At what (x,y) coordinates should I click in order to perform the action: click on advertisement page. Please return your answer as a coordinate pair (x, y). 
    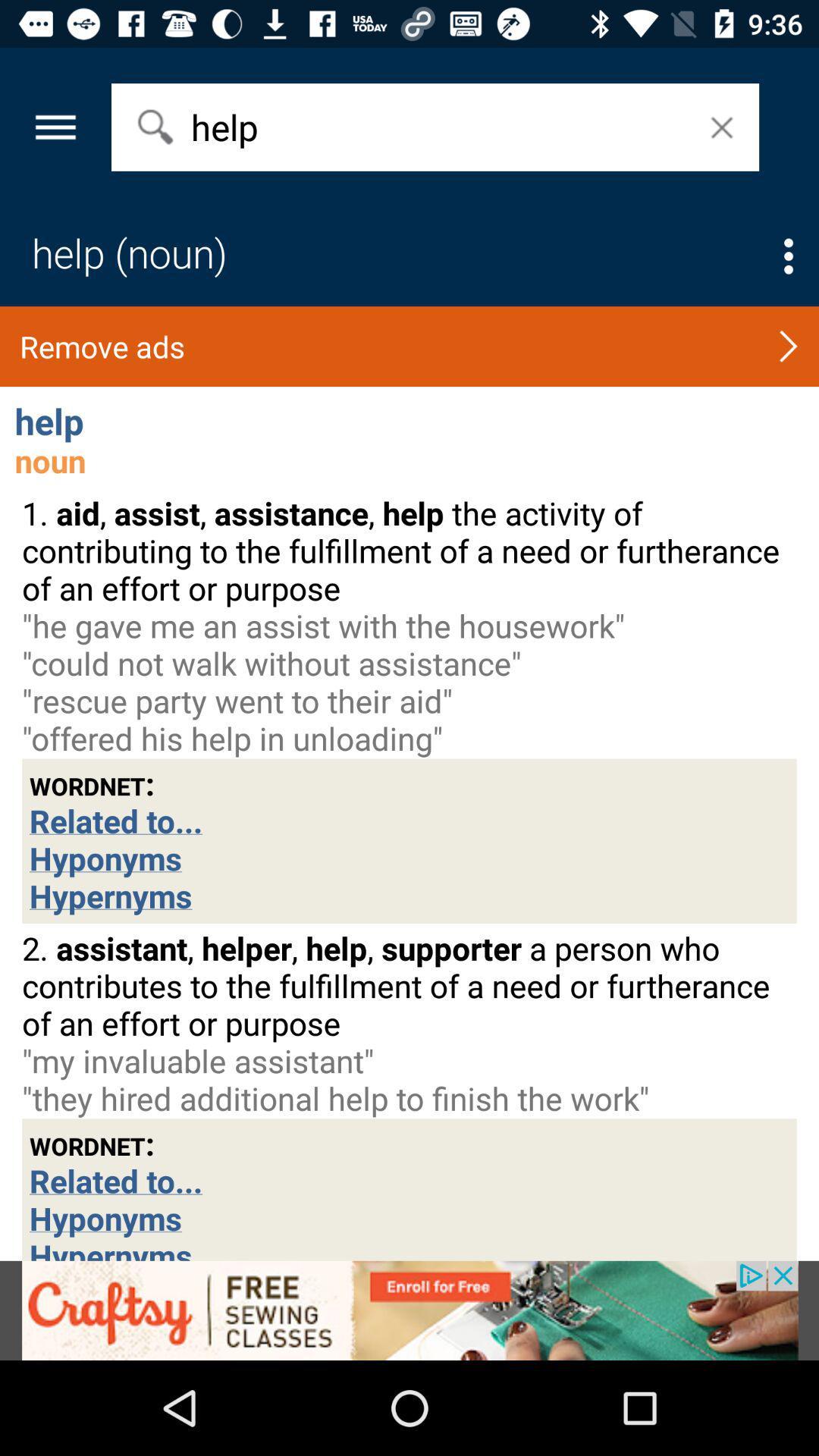
    Looking at the image, I should click on (409, 1310).